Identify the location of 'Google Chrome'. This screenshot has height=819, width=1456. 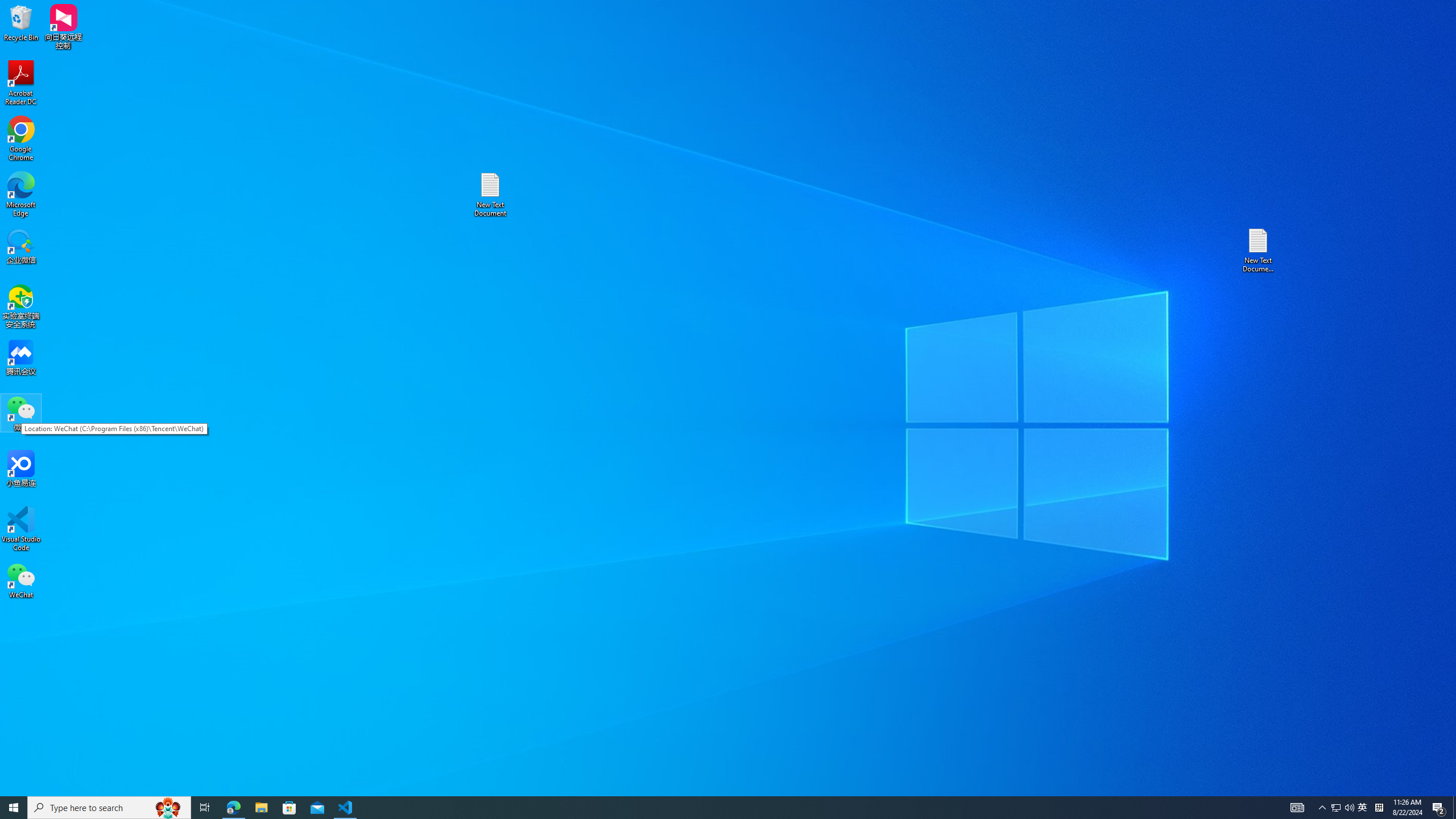
(20, 139).